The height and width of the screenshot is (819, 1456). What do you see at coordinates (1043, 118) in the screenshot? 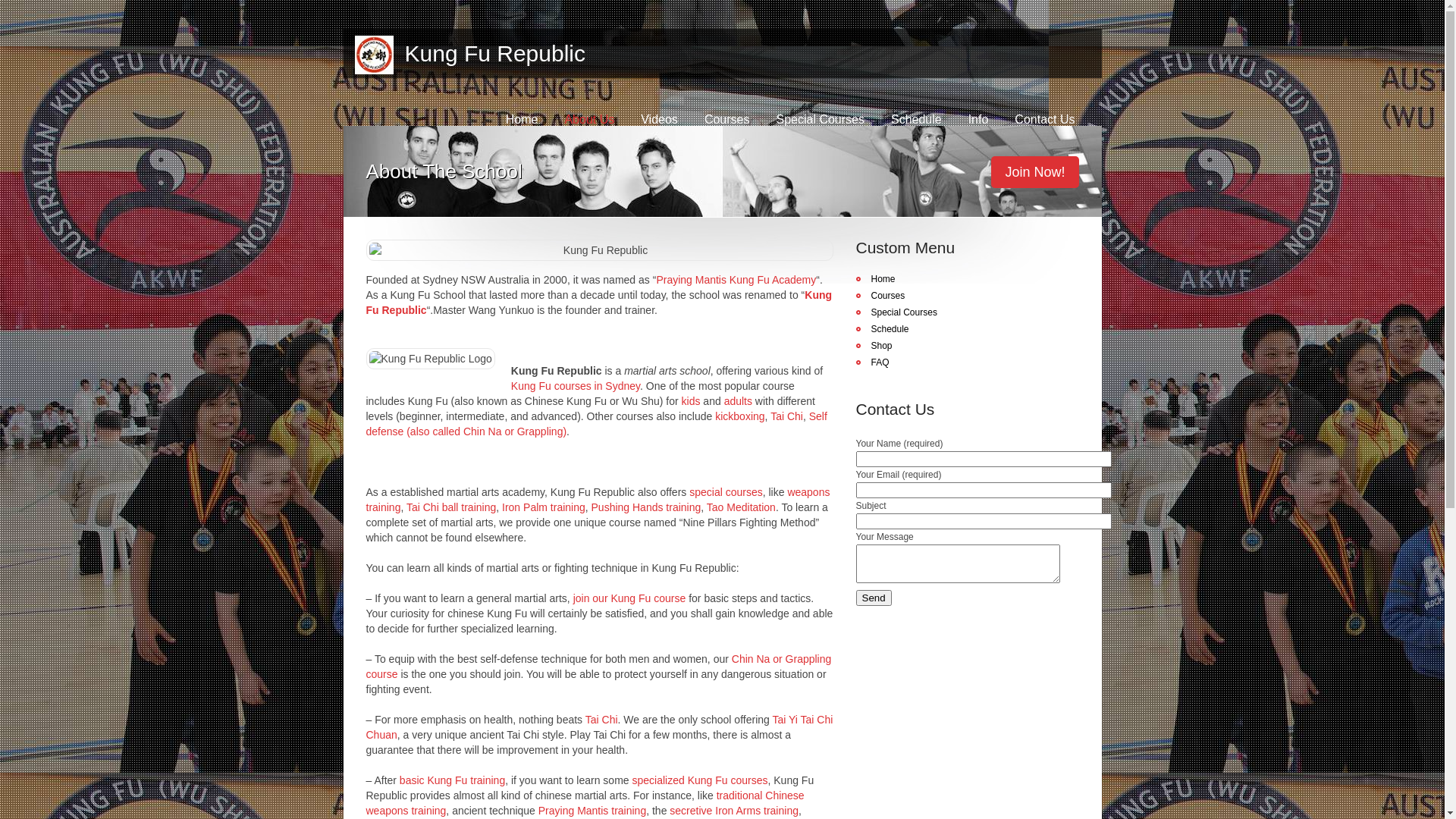
I see `'Contact Us'` at bounding box center [1043, 118].